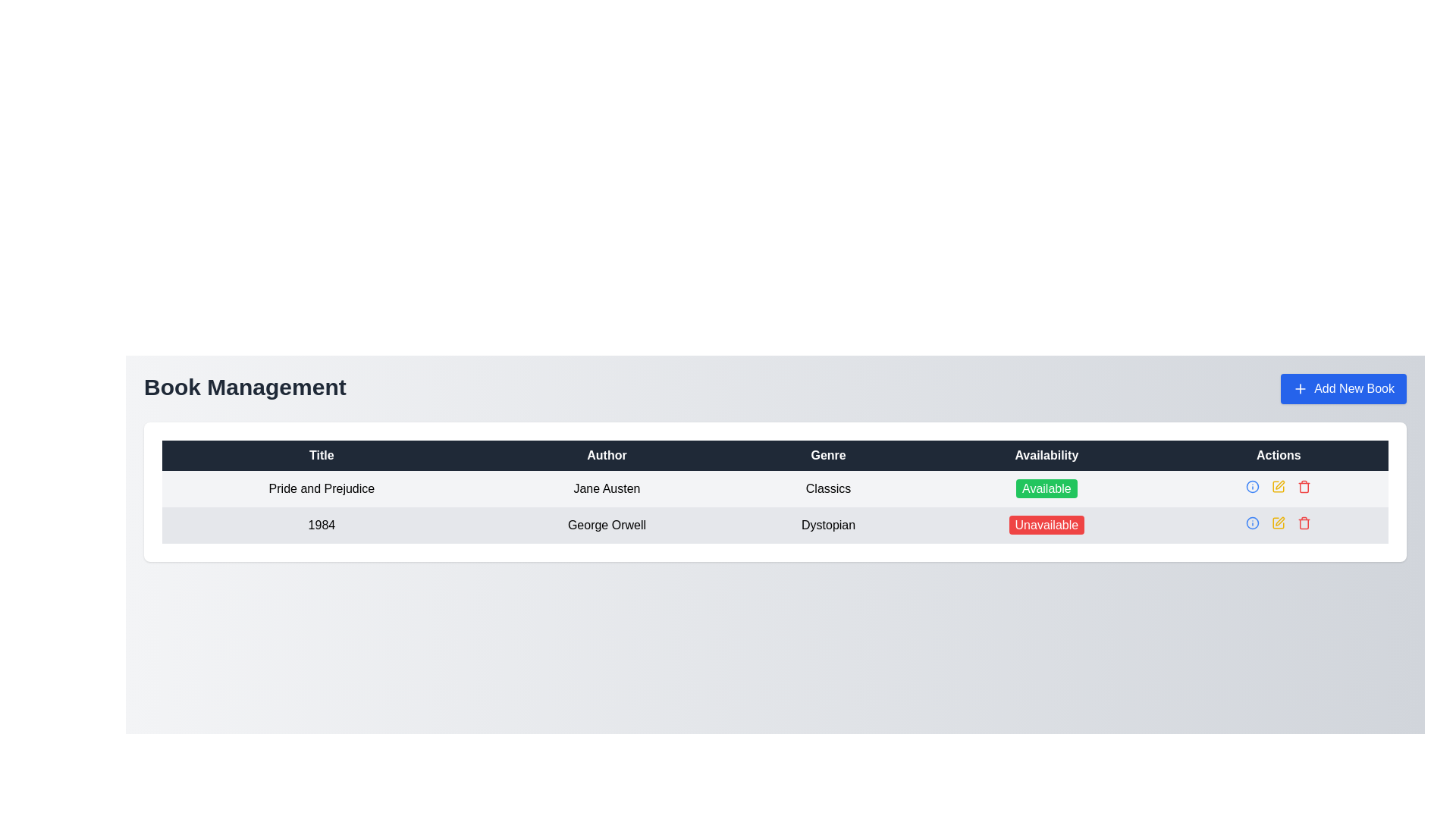 The width and height of the screenshot is (1456, 819). Describe the element at coordinates (827, 525) in the screenshot. I see `the text label 'Dystopian' in the third cell of the second row under the 'Genre' column` at that location.